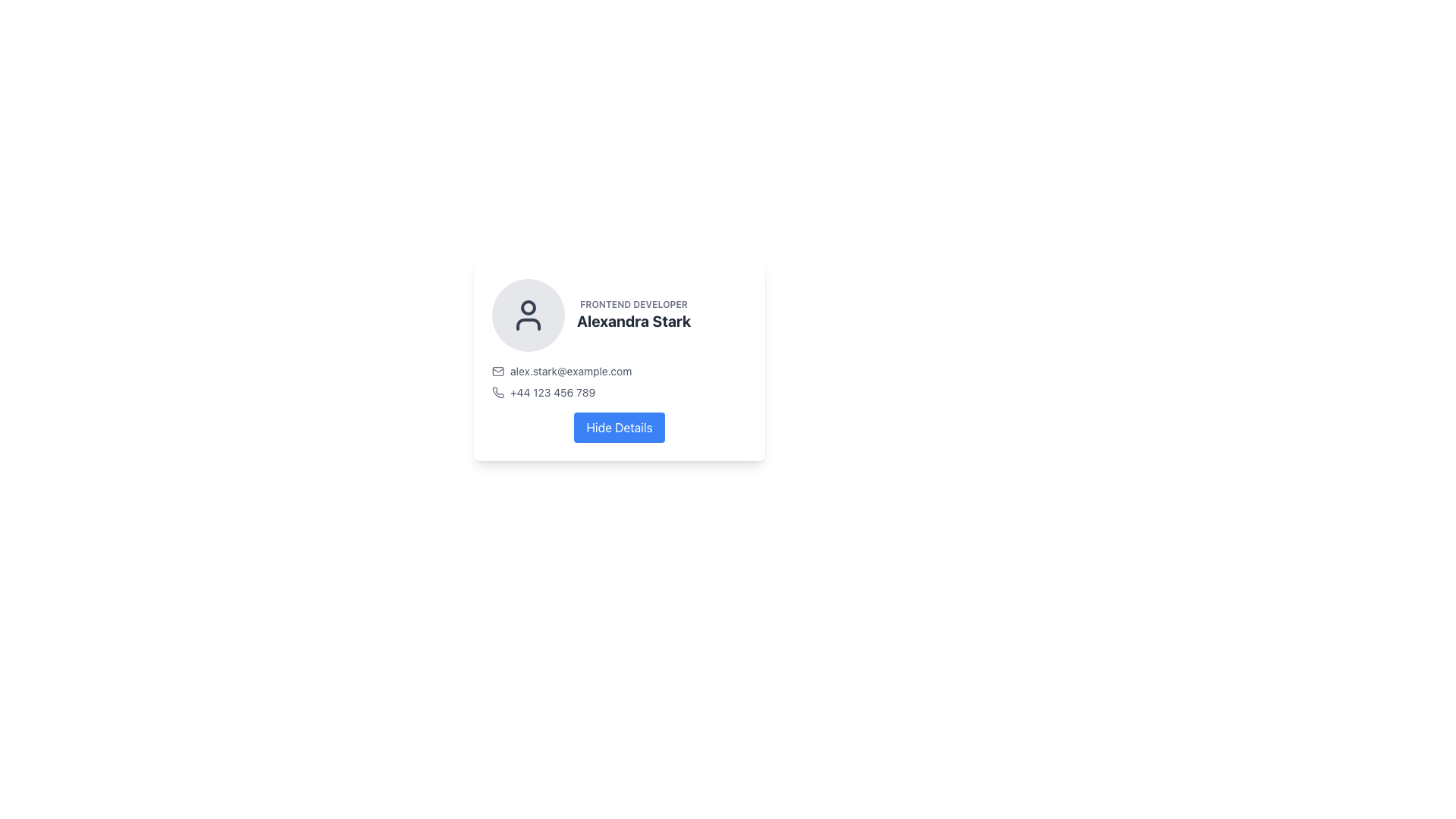 This screenshot has width=1456, height=819. I want to click on the rectangular base of the user profile icon that represents the shoulders or chest area, styled with a gradient fill, so click(528, 324).